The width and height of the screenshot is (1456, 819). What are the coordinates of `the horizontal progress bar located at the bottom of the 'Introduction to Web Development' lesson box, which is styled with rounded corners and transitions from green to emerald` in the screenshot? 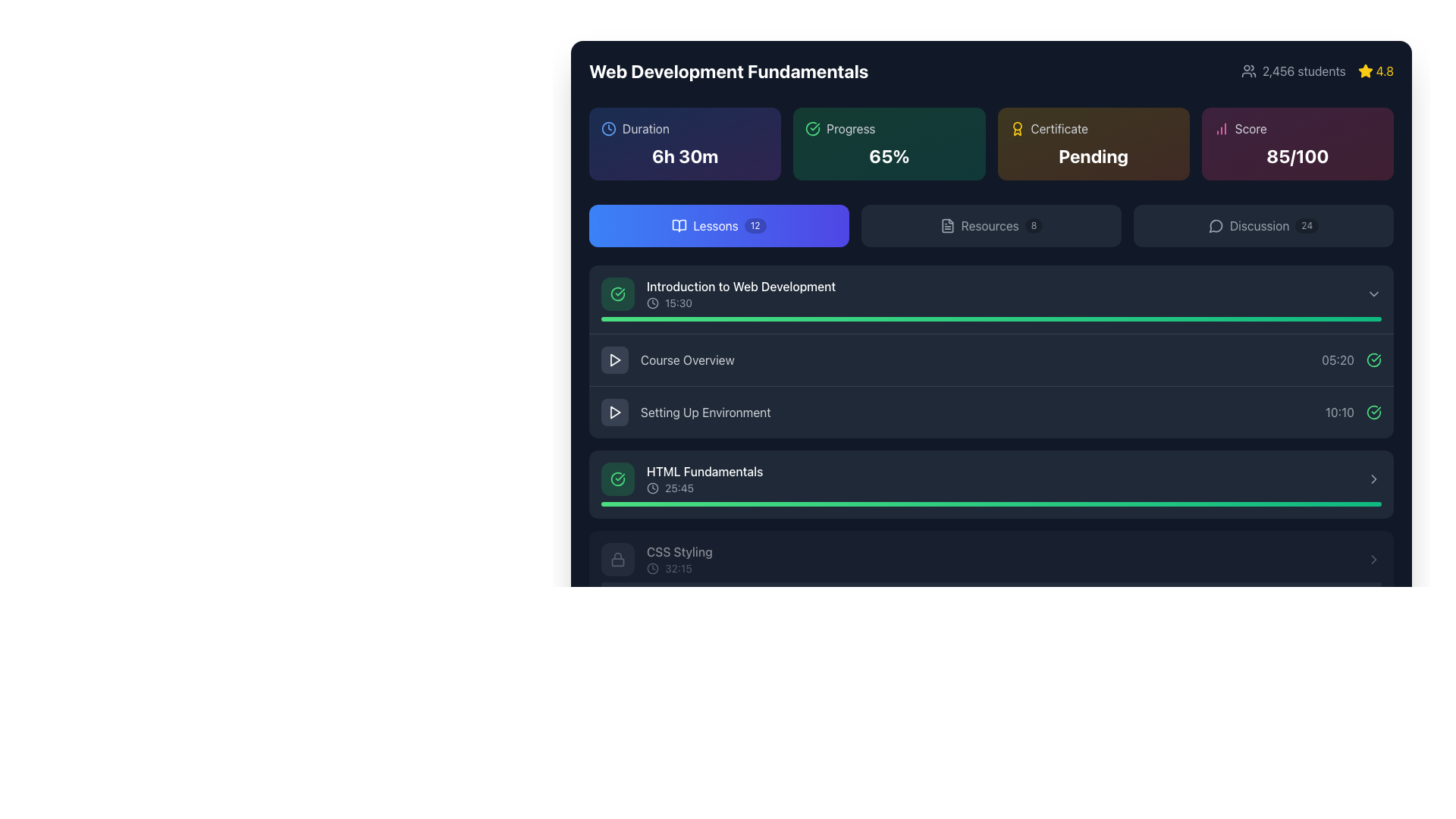 It's located at (991, 318).